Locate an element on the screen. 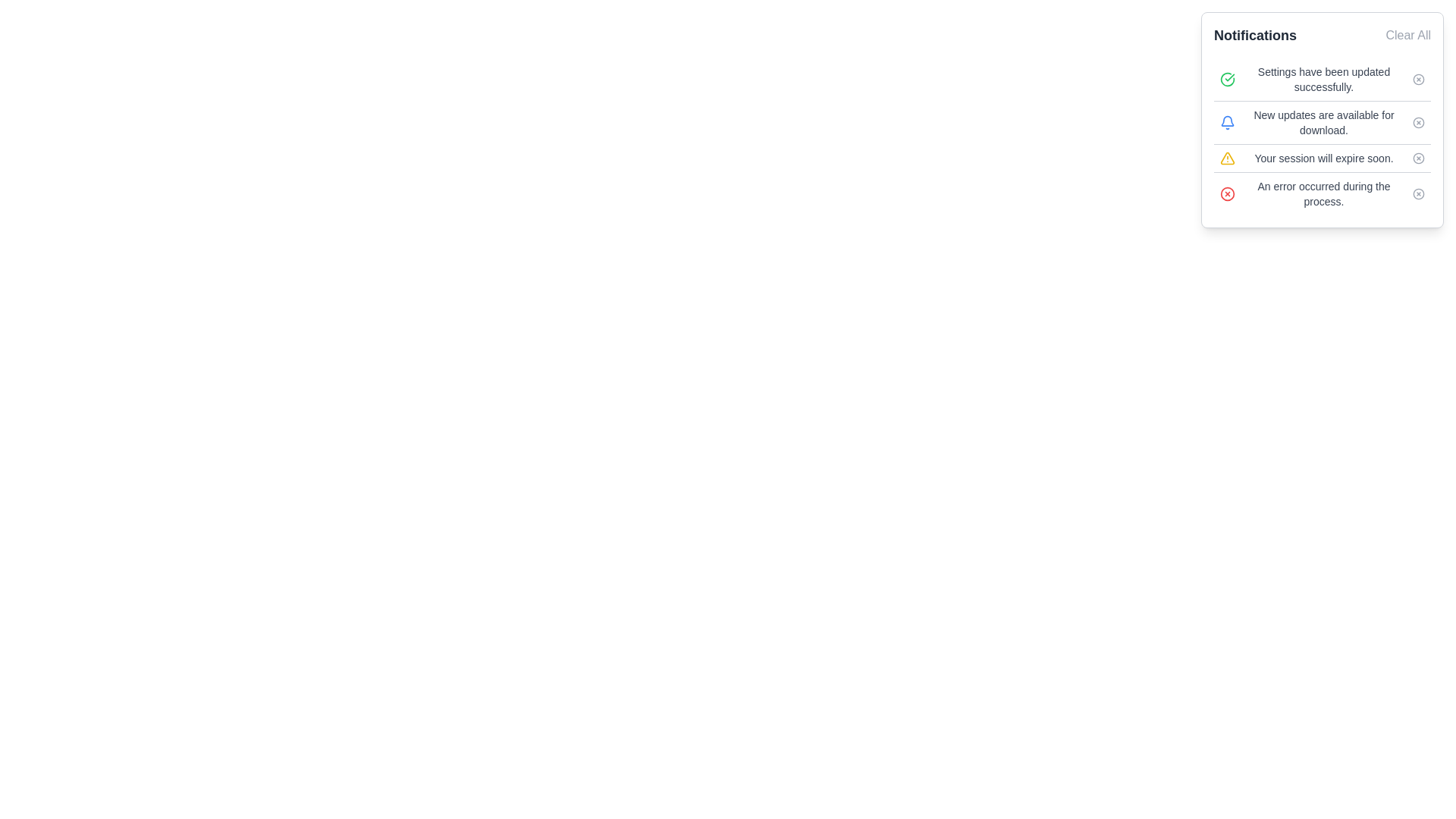  SVG Circle element located at the bottom-right corner of the notification popup, which serves as a graphical decoration for a notification action indicator is located at coordinates (1418, 192).